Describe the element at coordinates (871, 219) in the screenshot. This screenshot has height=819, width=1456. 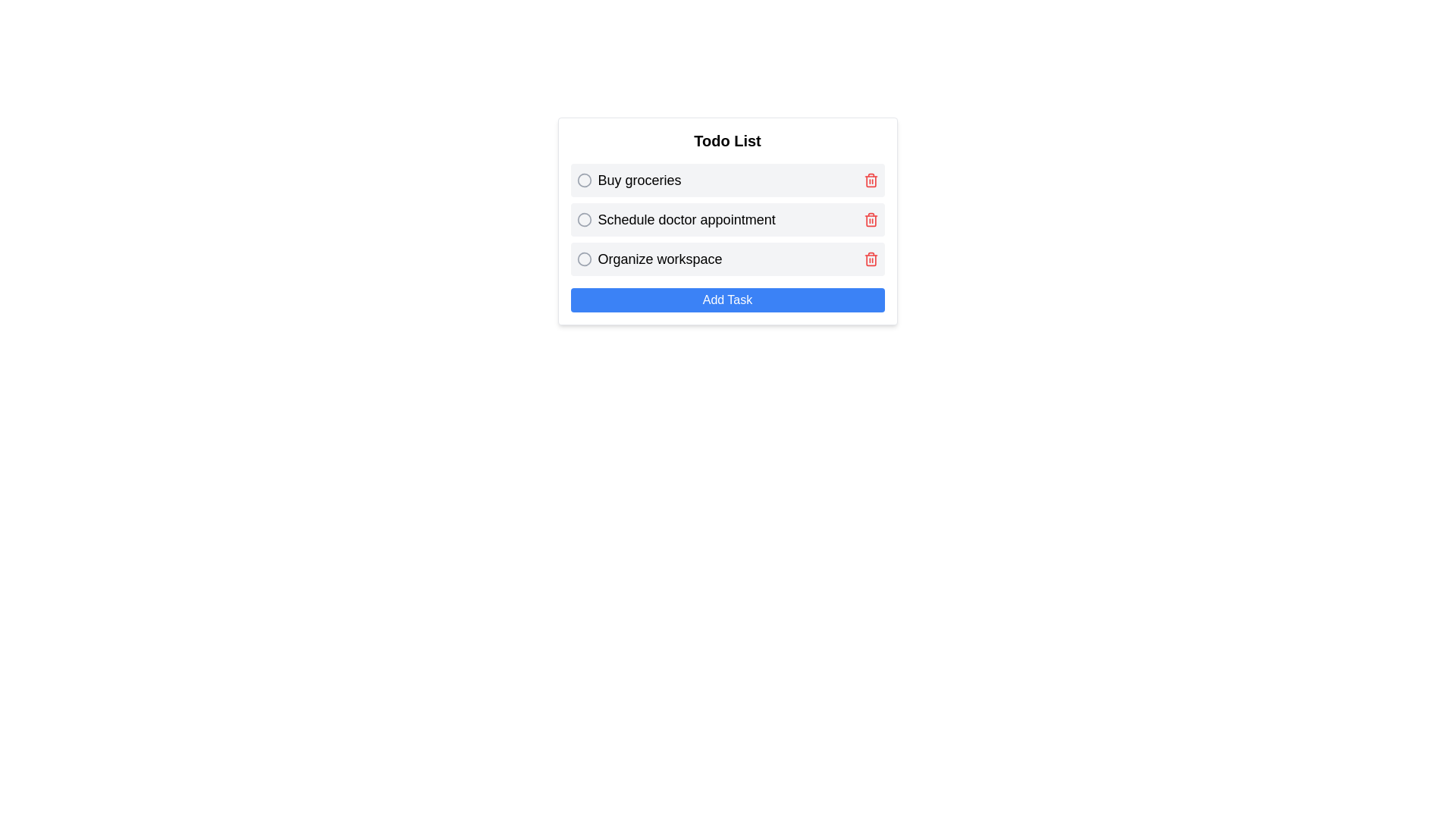
I see `the red trash bin icon located to the right of the text 'Schedule doctor appointment' to change its color` at that location.